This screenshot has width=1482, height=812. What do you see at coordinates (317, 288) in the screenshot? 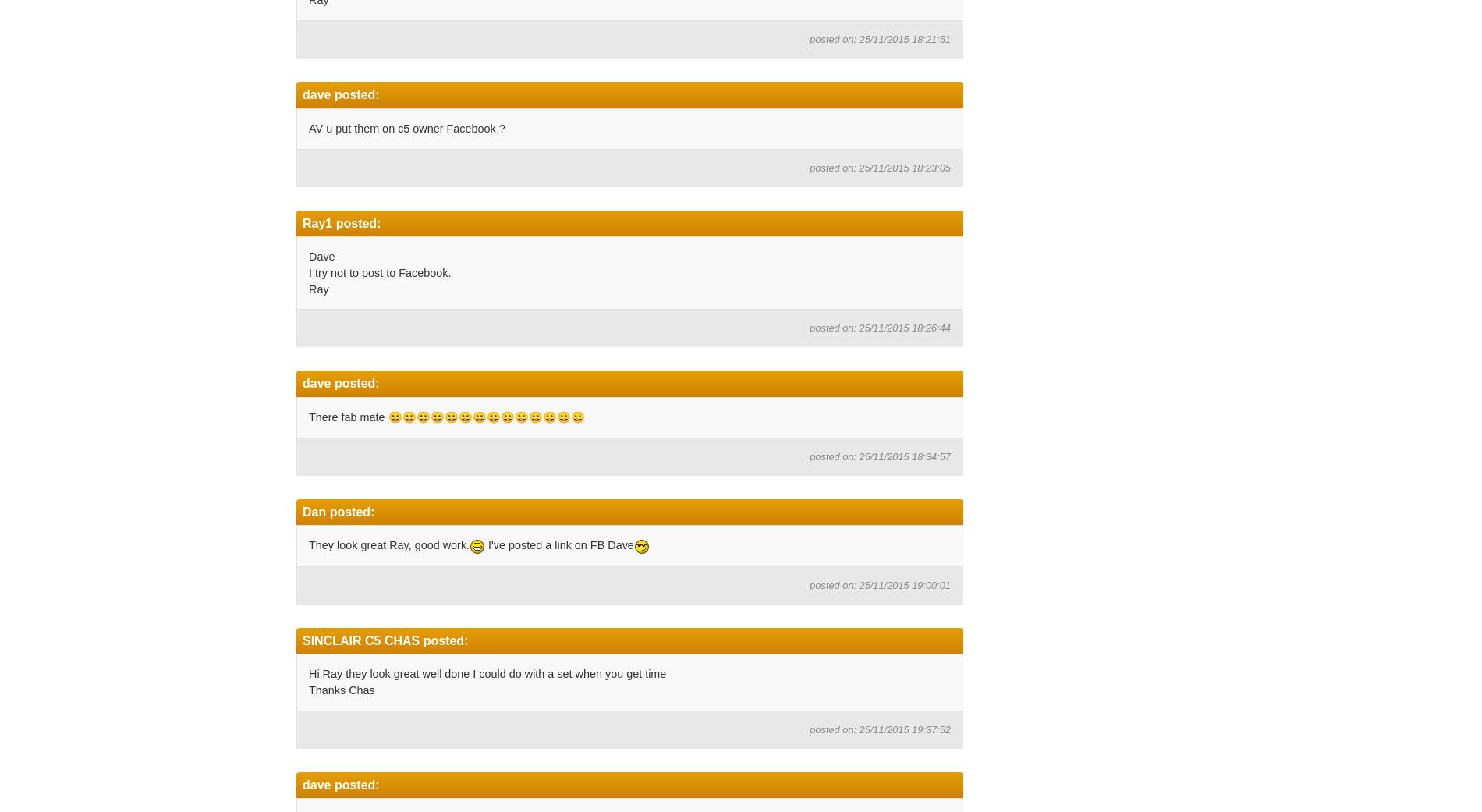
I see `'Ray'` at bounding box center [317, 288].